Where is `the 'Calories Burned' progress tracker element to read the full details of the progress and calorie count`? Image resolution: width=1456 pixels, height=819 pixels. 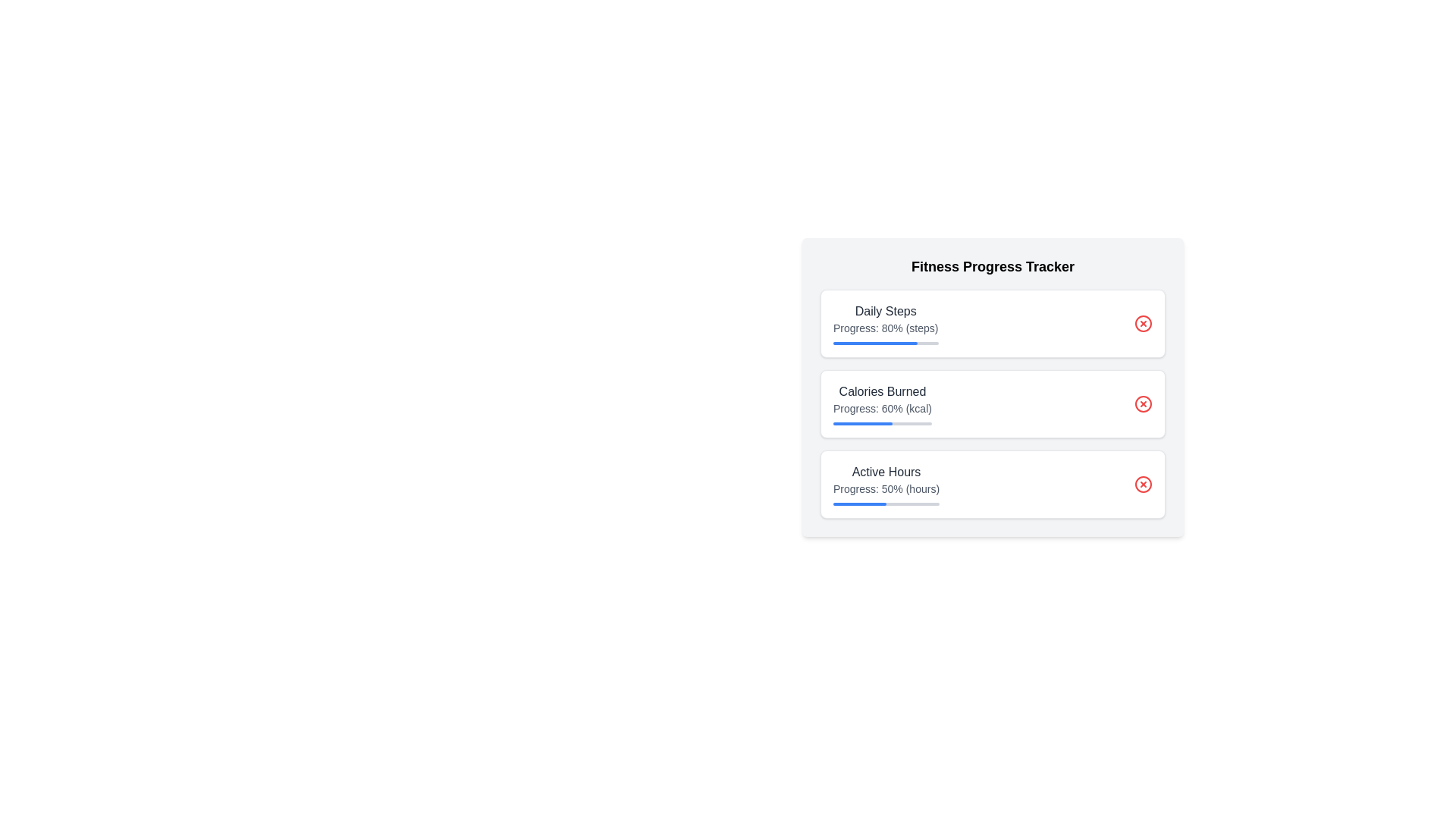
the 'Calories Burned' progress tracker element to read the full details of the progress and calorie count is located at coordinates (882, 403).